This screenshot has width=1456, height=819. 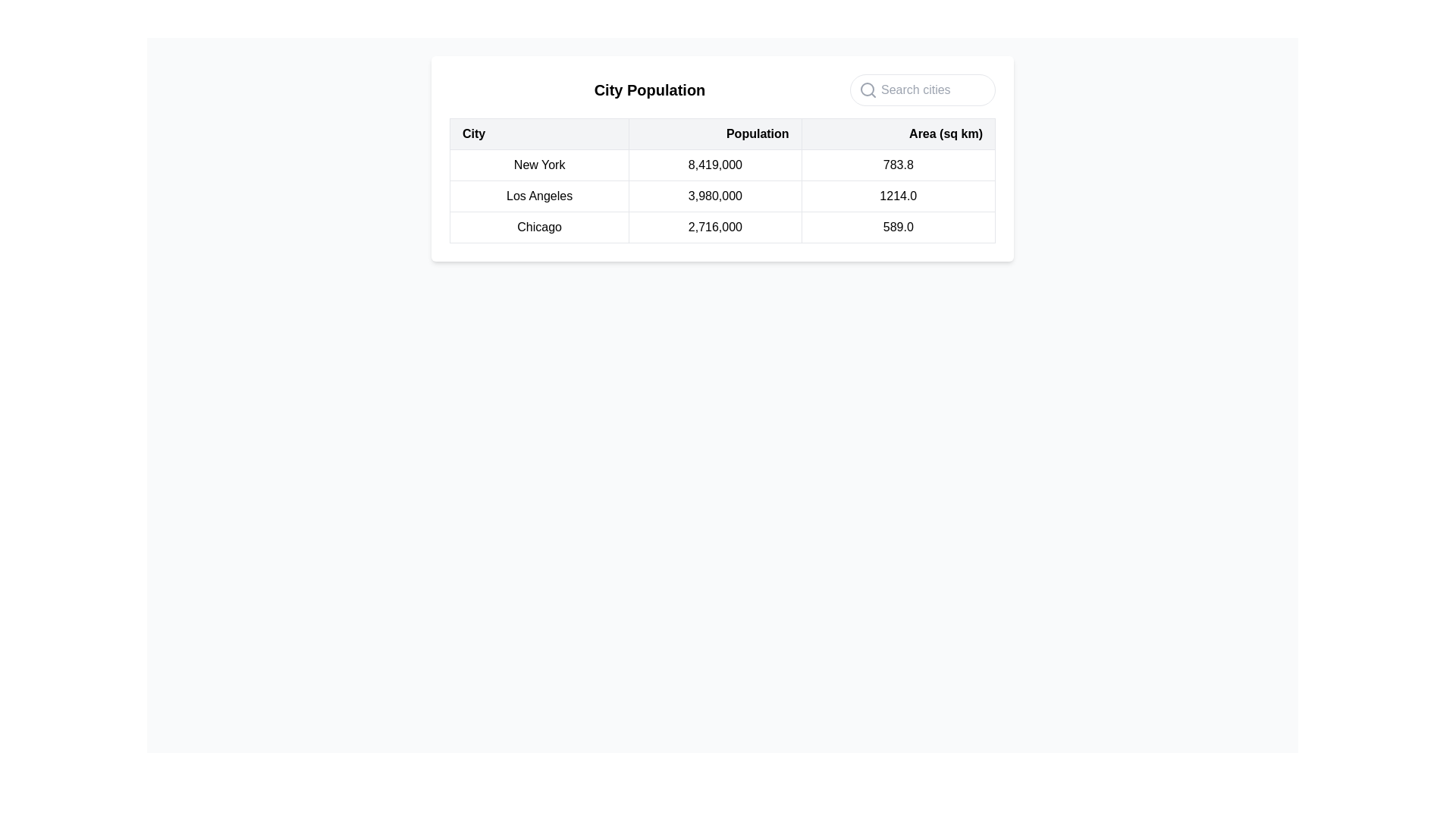 What do you see at coordinates (898, 195) in the screenshot?
I see `the table cell displaying the area of Los Angeles in square kilometers, which is the third cell in the second row under the 'Area (sq km)' header` at bounding box center [898, 195].